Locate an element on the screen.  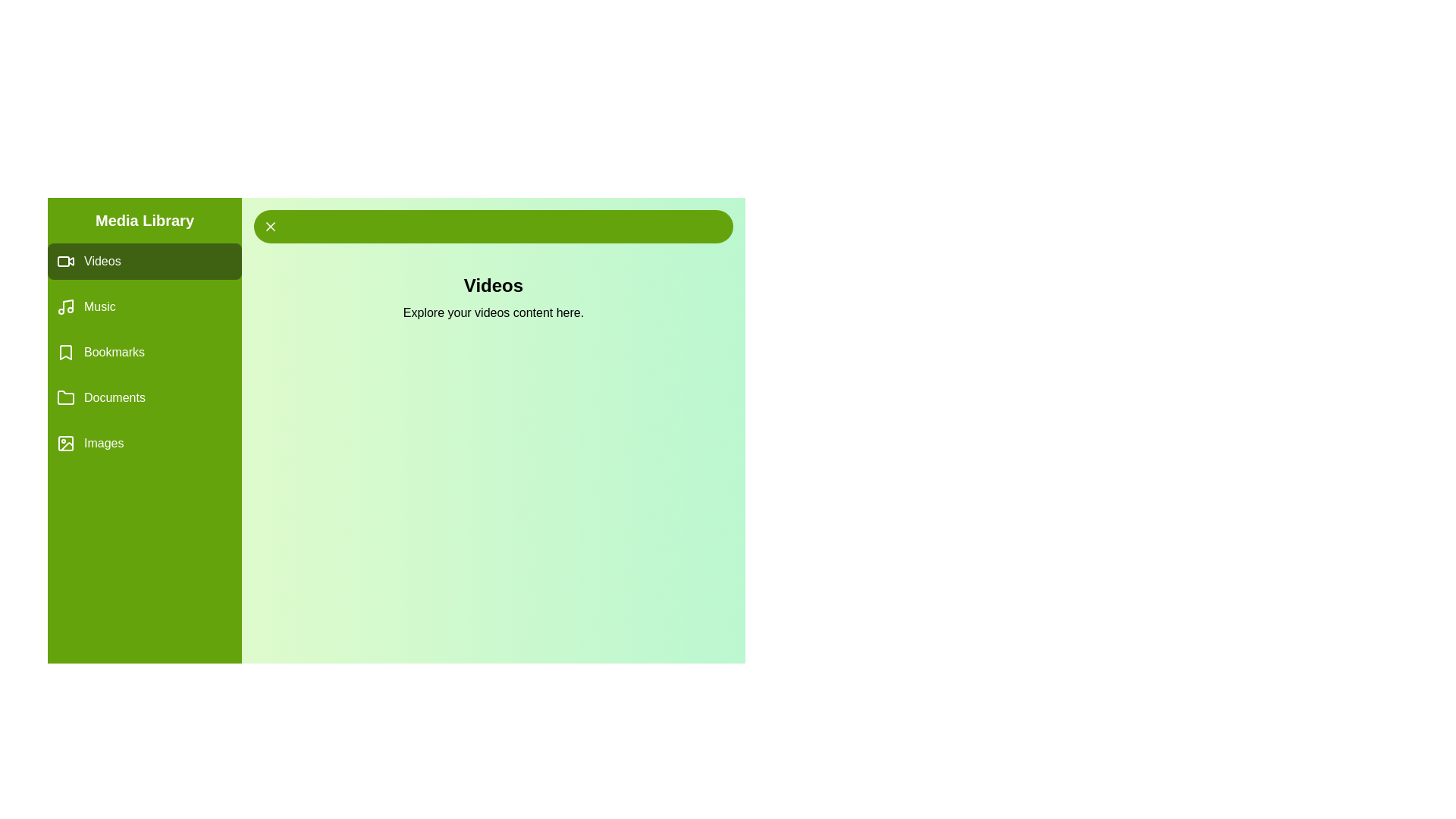
the content area of the selected tab to read the displayed information is located at coordinates (494, 298).